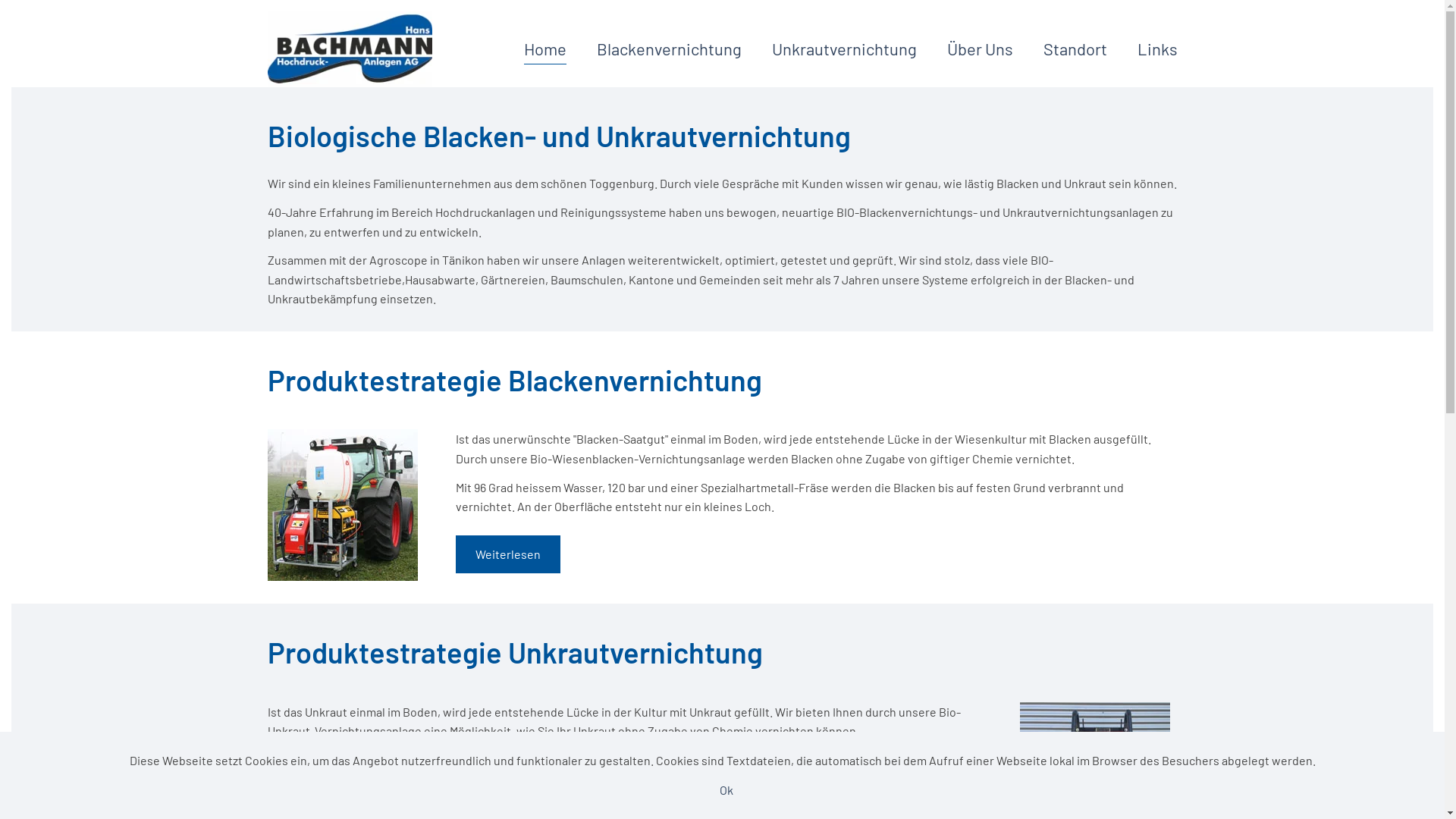 The width and height of the screenshot is (1456, 819). I want to click on 'Home', so click(544, 49).